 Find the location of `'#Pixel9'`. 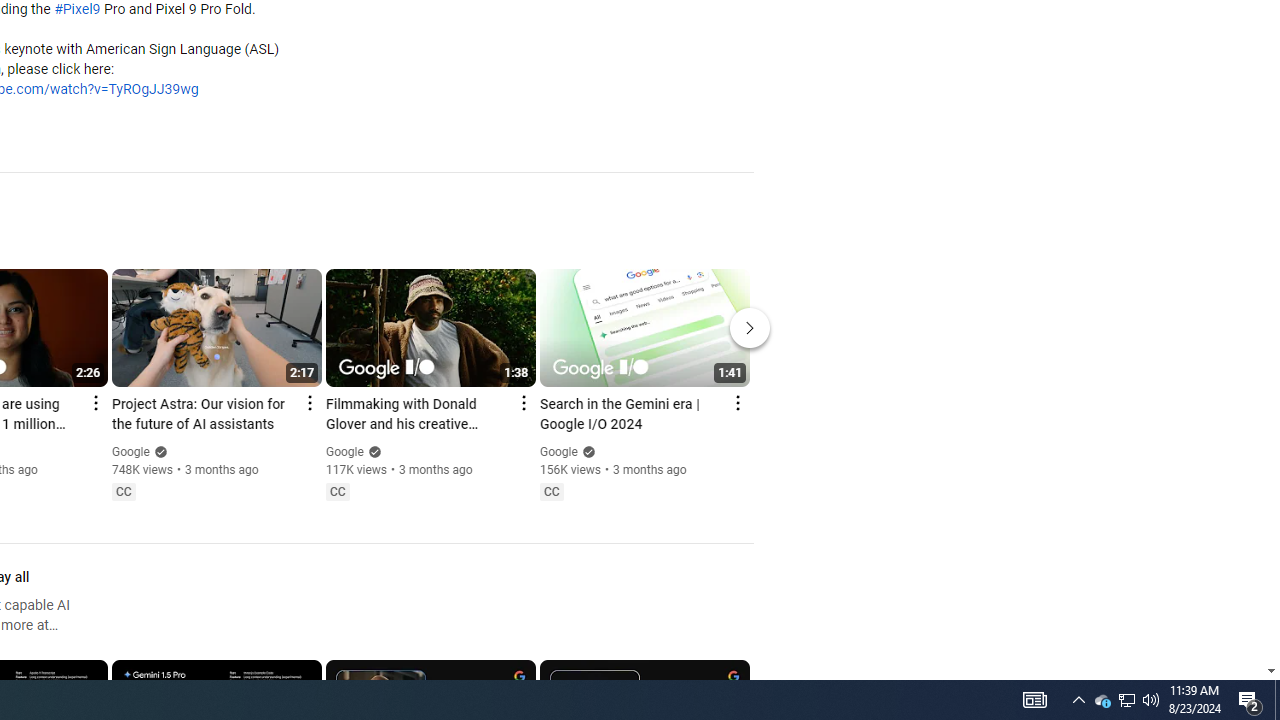

'#Pixel9' is located at coordinates (77, 10).